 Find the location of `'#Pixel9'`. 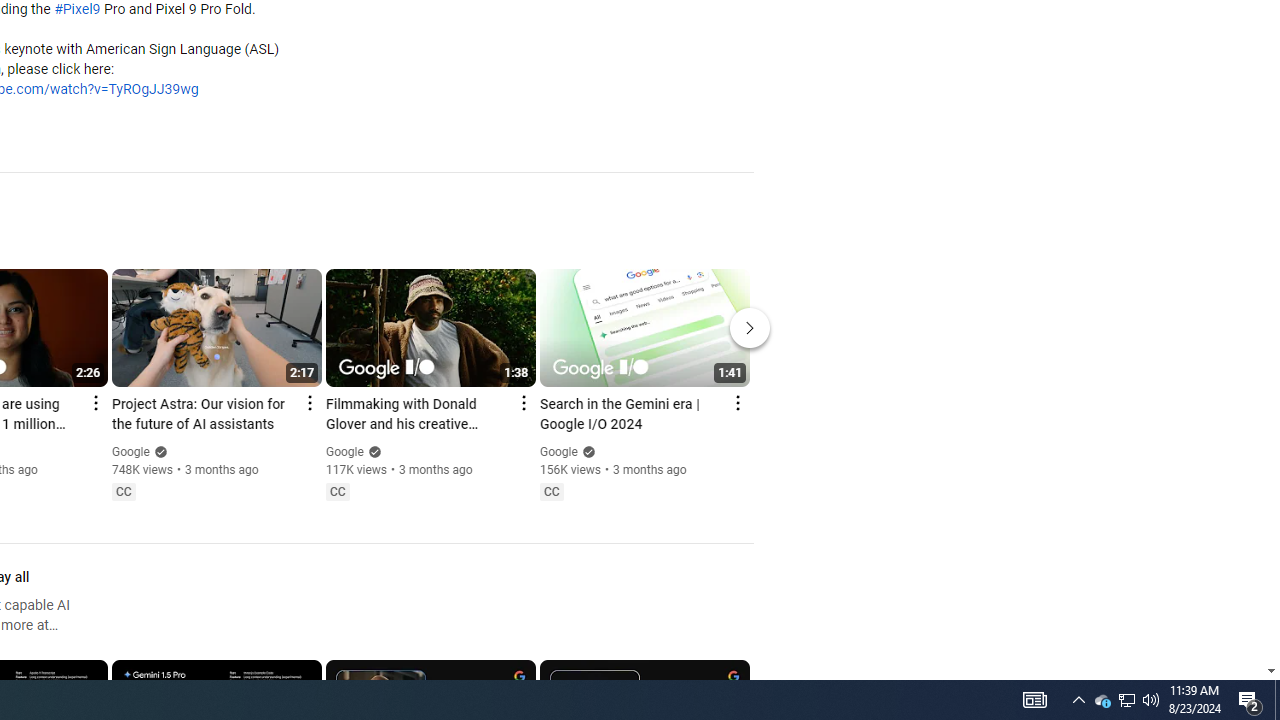

'#Pixel9' is located at coordinates (77, 10).